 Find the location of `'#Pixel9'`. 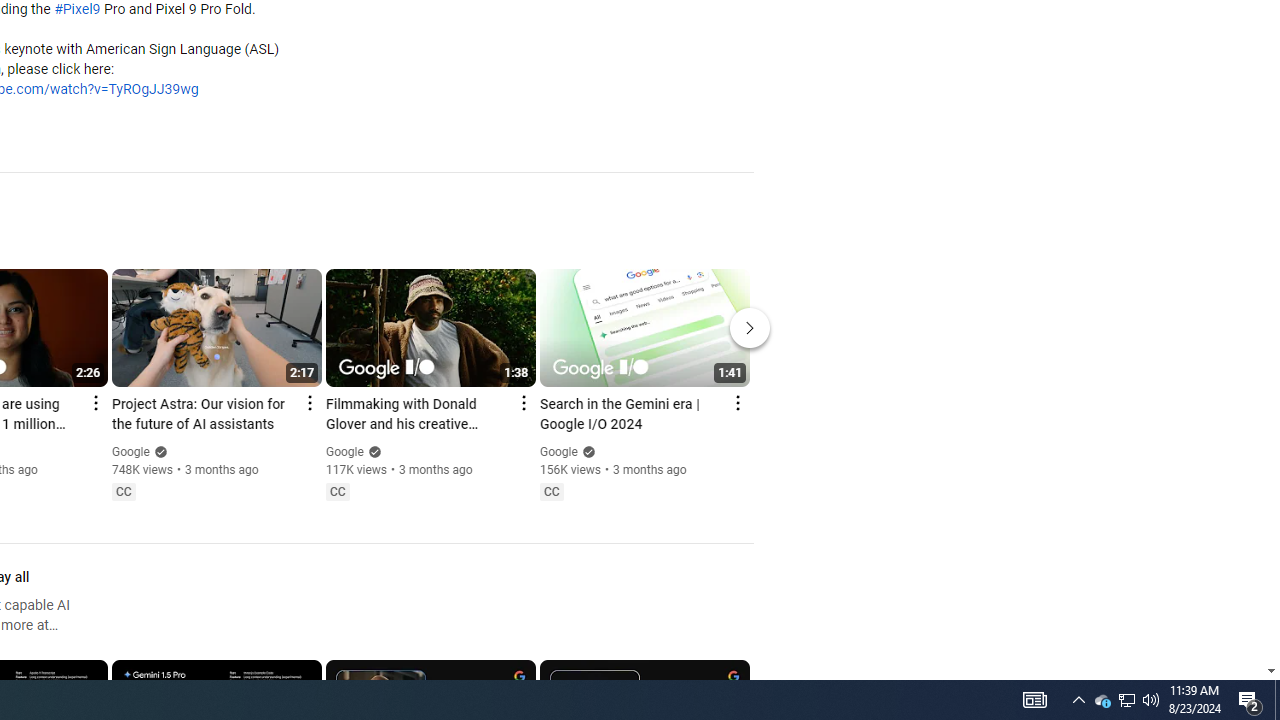

'#Pixel9' is located at coordinates (77, 10).